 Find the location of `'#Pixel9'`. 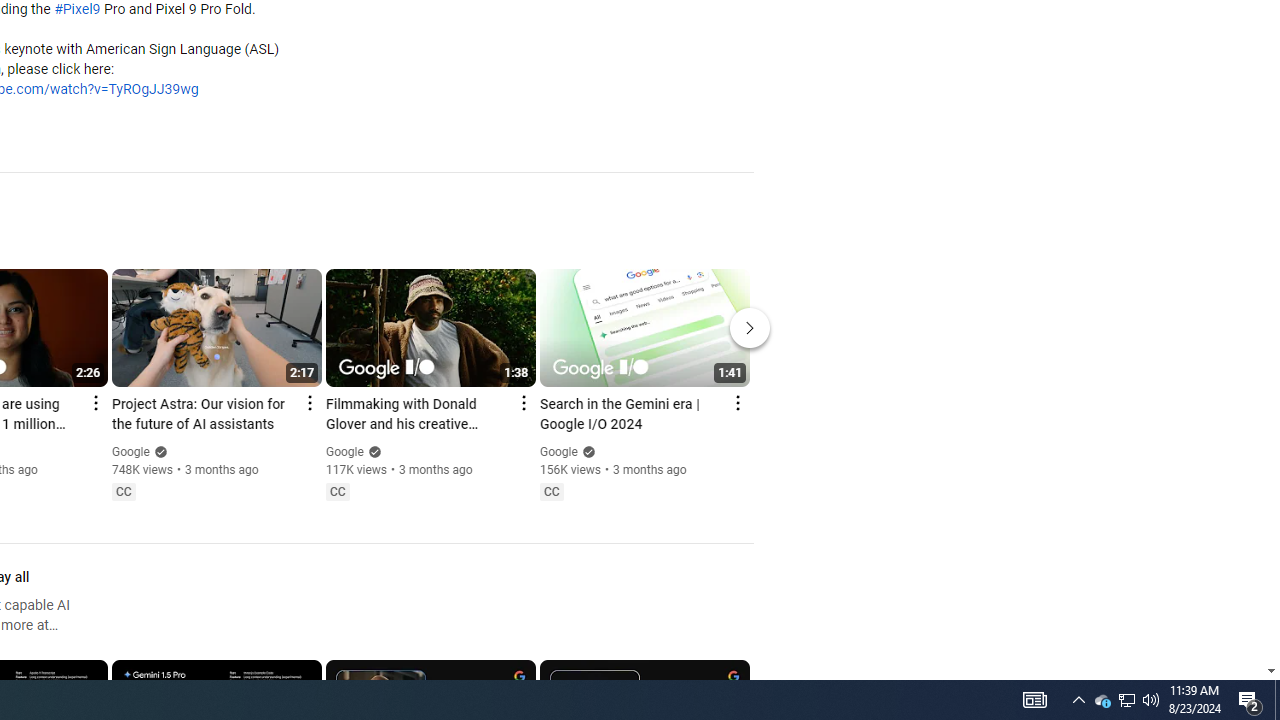

'#Pixel9' is located at coordinates (77, 10).